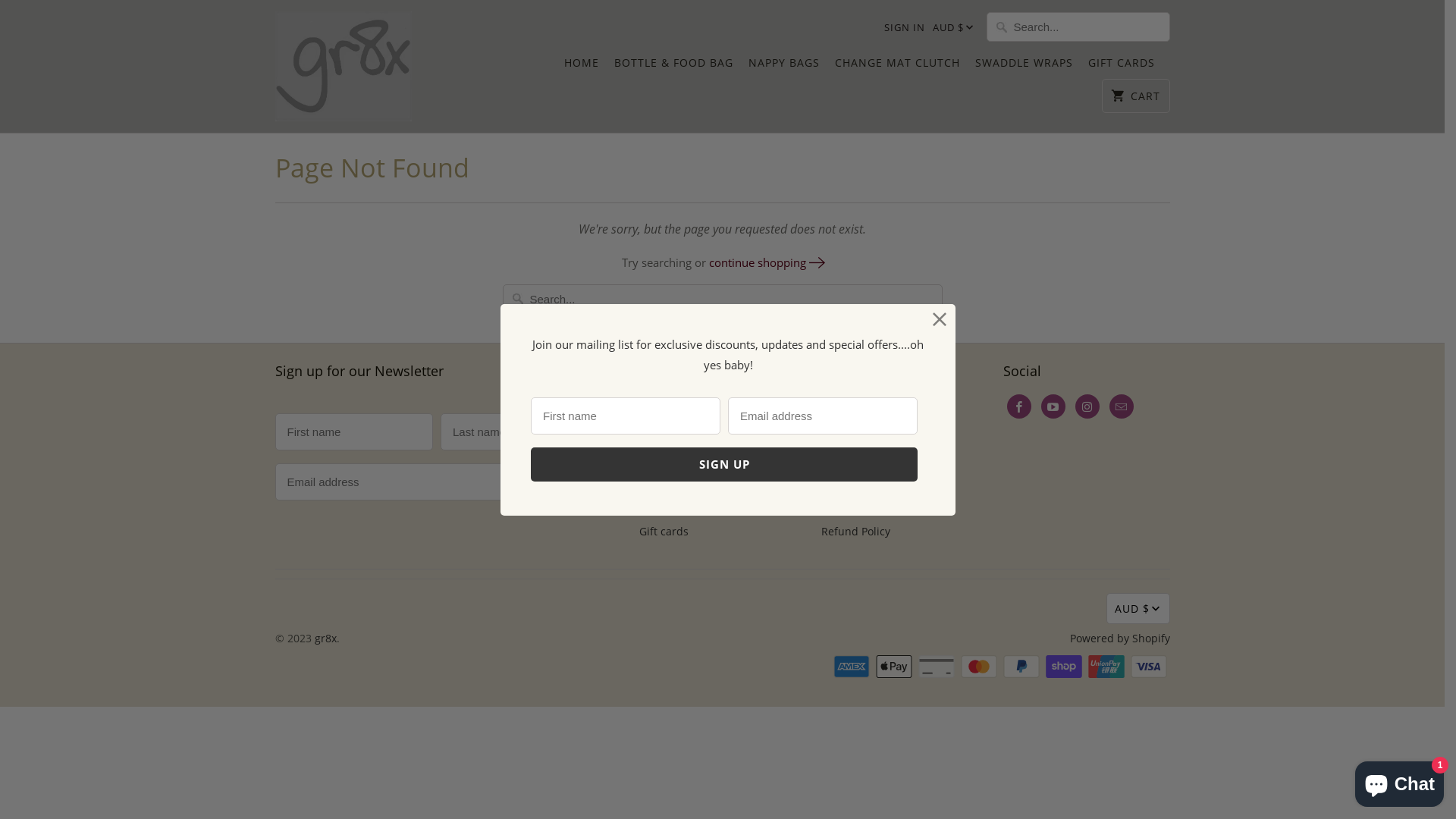 The image size is (1456, 819). I want to click on 'GIFT CARDS', so click(1087, 66).